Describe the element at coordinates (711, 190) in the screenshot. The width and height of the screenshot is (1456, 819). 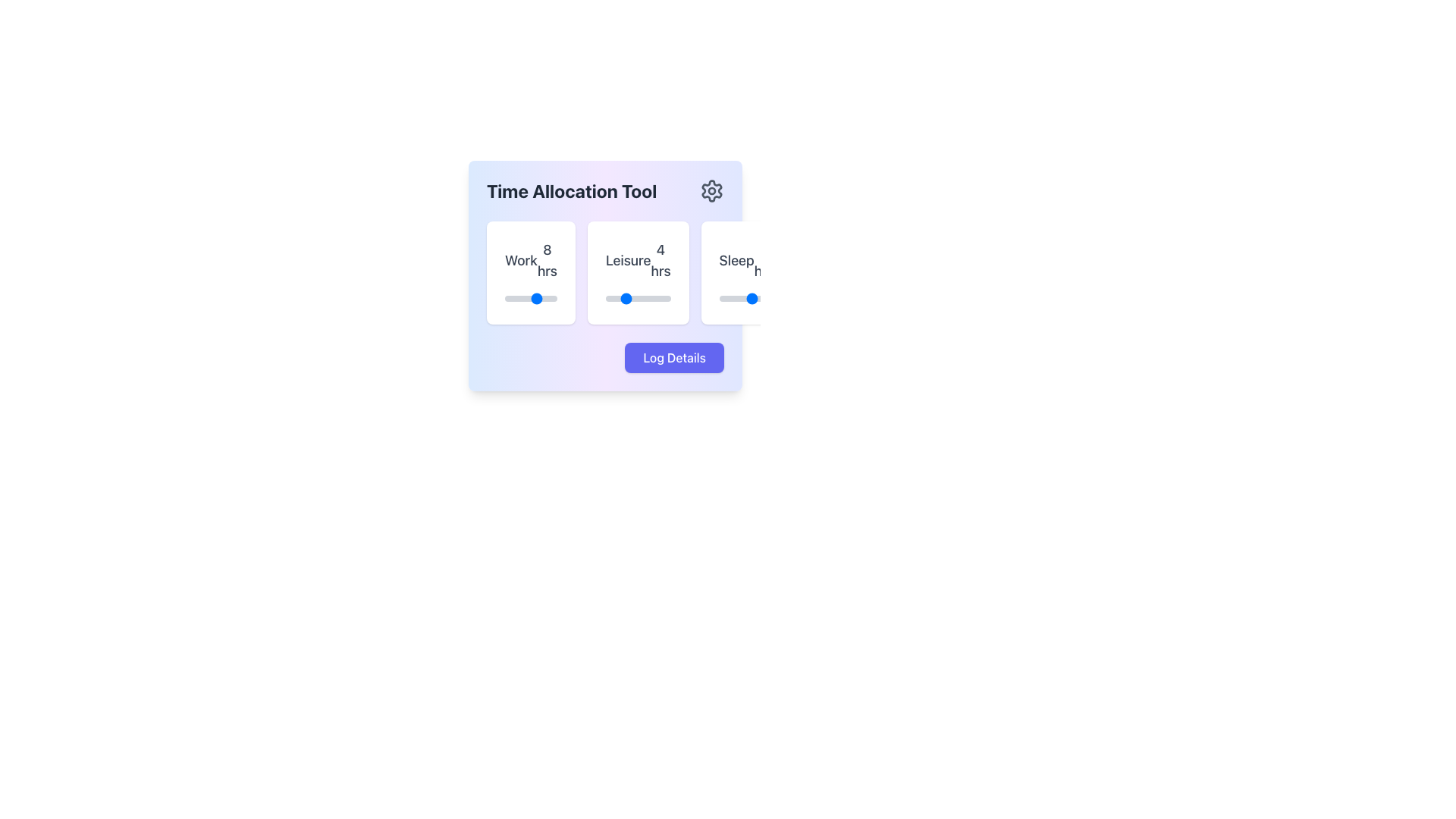
I see `the settings cogwheel icon located in the top-right corner of the 'Time Allocation Tool' header` at that location.